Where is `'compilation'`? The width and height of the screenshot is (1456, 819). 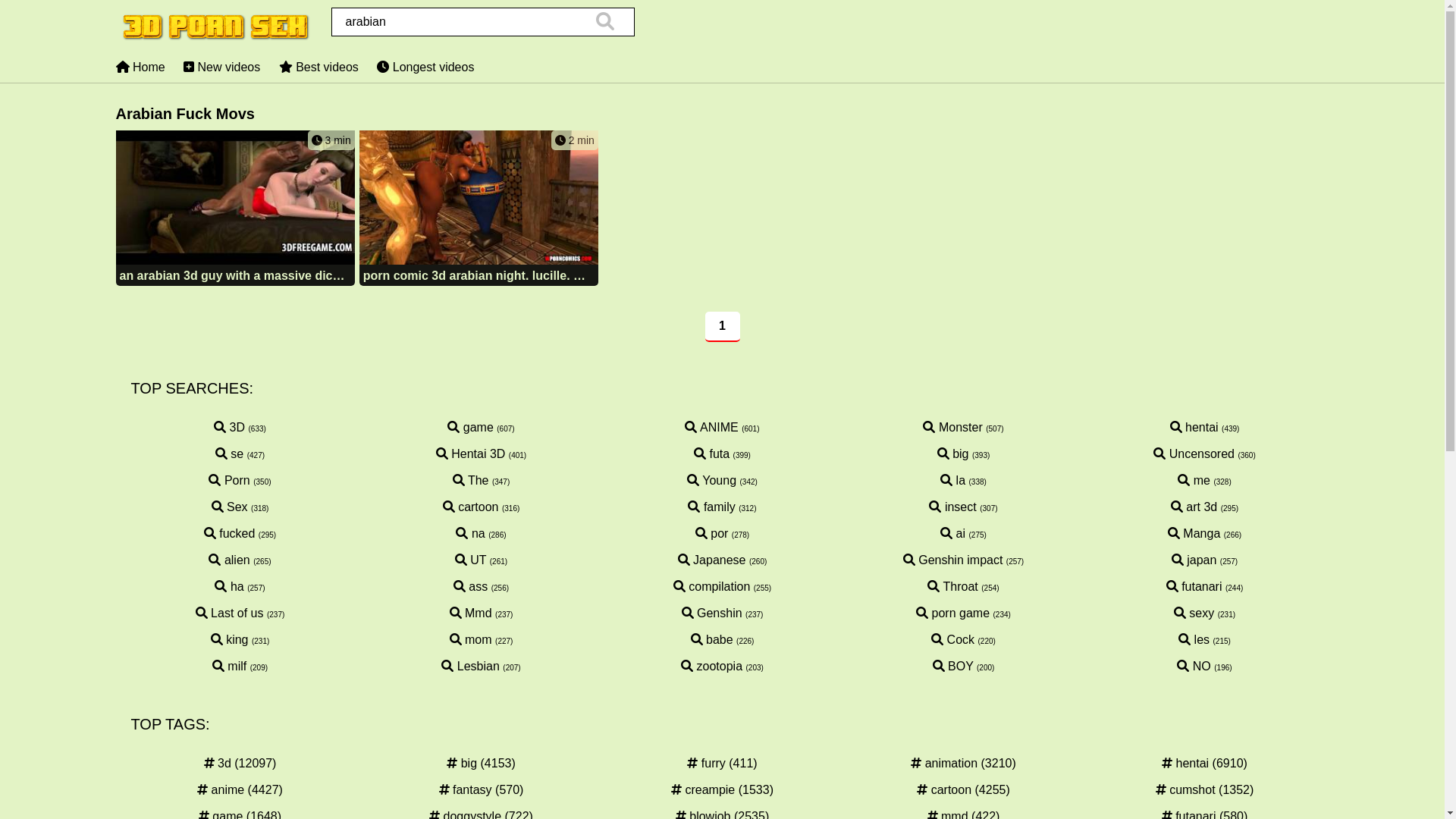 'compilation' is located at coordinates (711, 585).